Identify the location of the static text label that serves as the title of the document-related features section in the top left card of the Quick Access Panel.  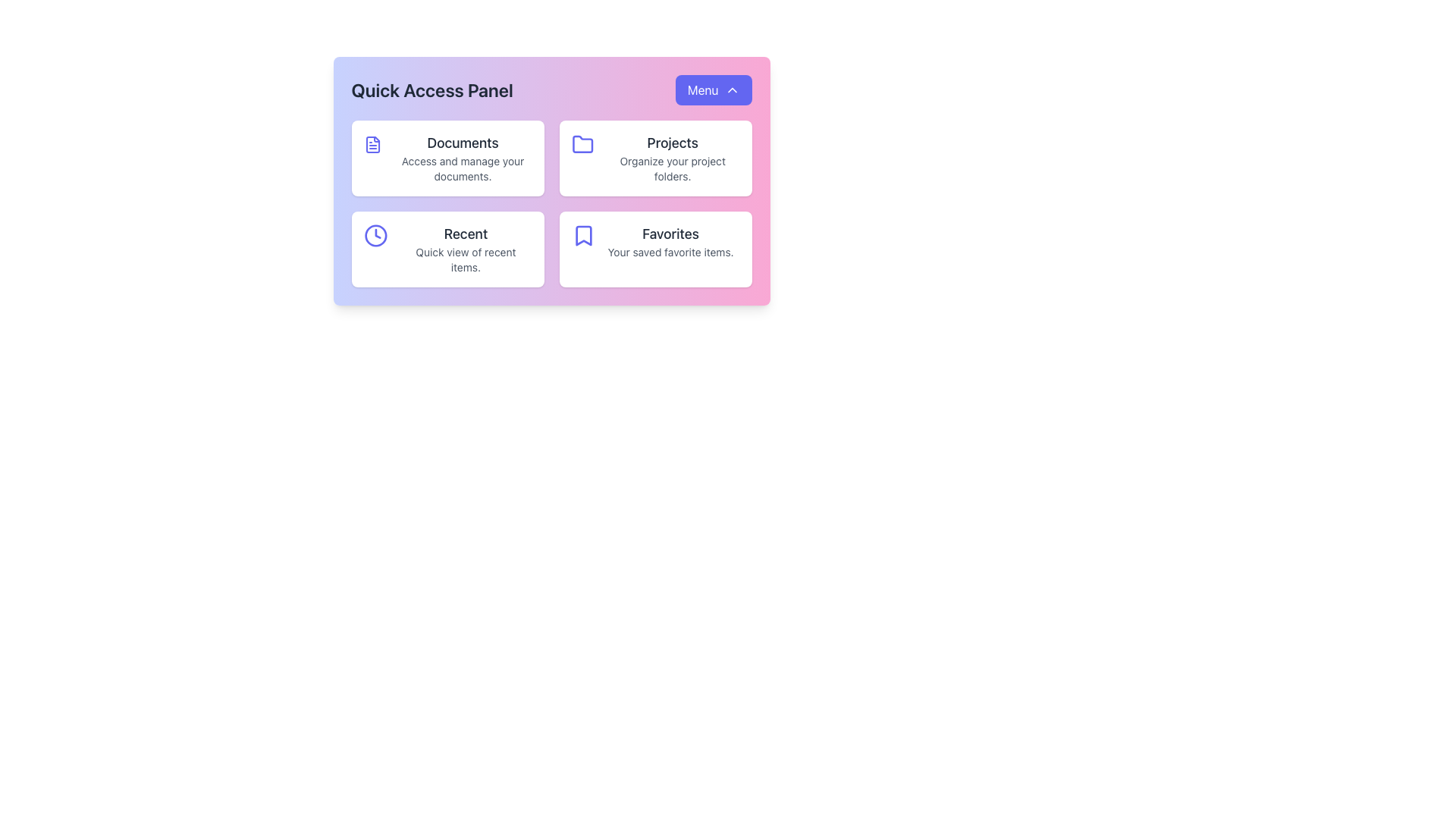
(462, 143).